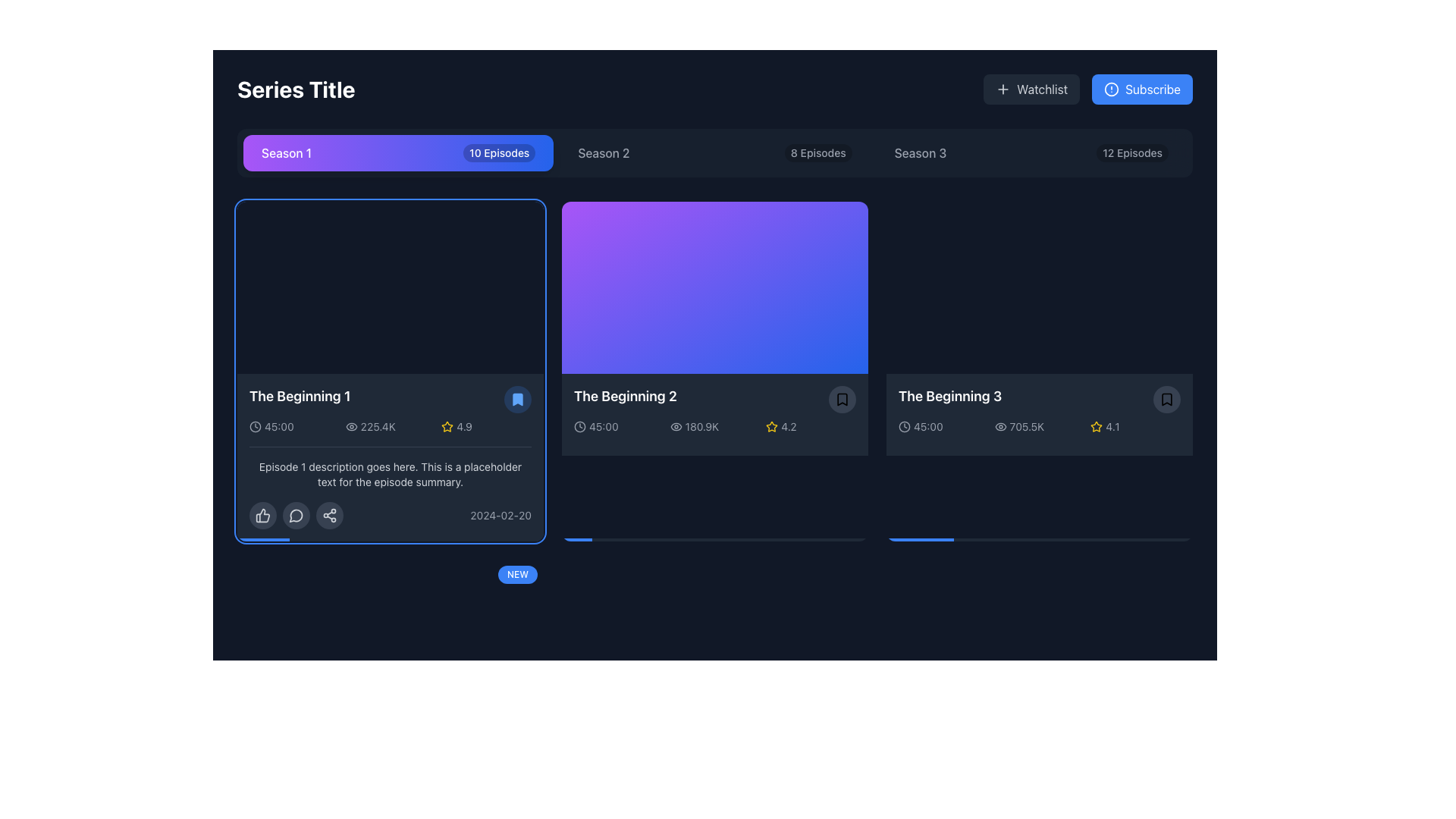  What do you see at coordinates (350, 427) in the screenshot?
I see `the eye-shaped icon, which is styled in minimalistic lineart design and located to the left of the numerical text display '225.4K'` at bounding box center [350, 427].